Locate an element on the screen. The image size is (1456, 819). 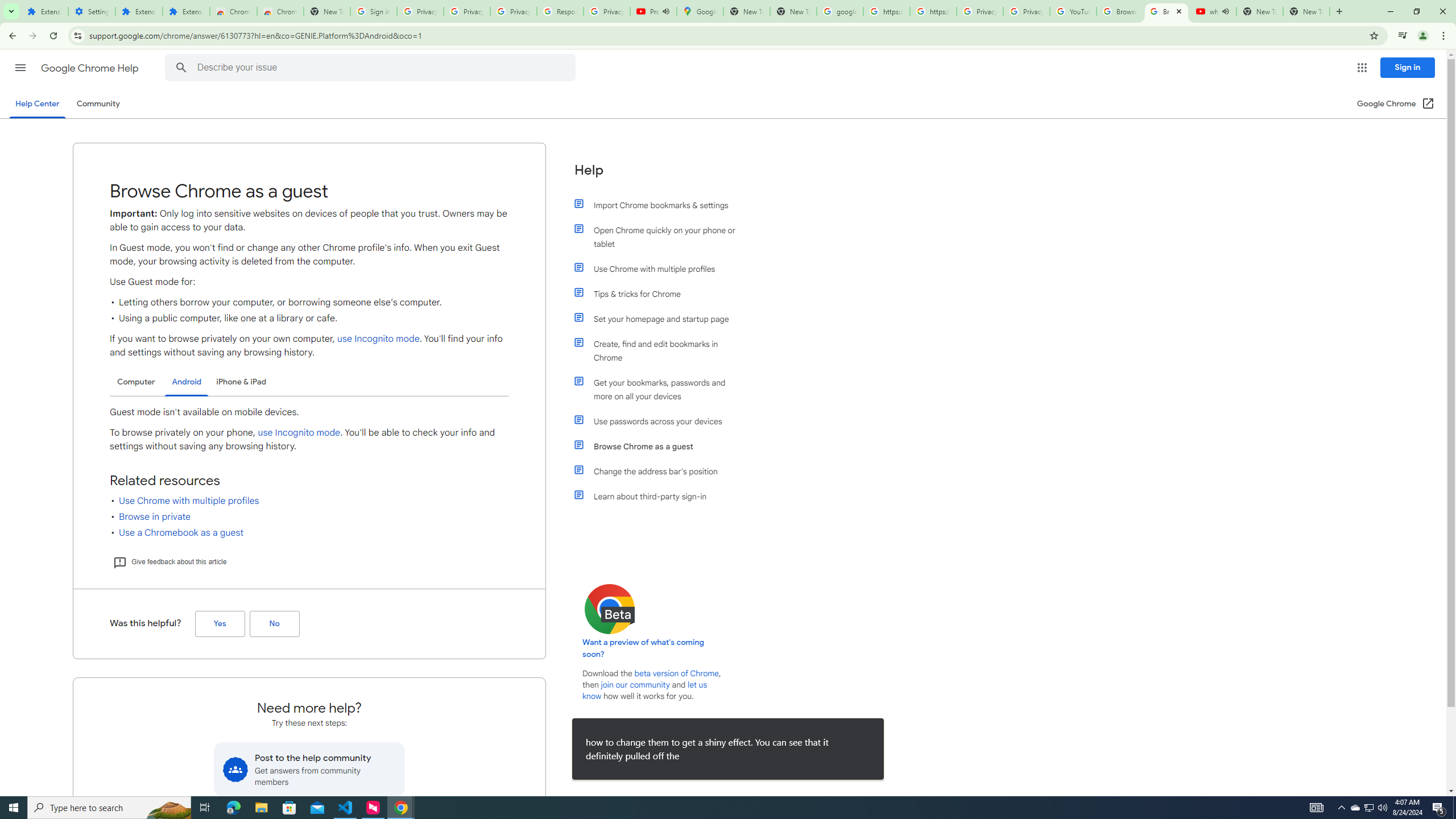
'Open Chrome quickly on your phone or tablet' is located at coordinates (661, 236).